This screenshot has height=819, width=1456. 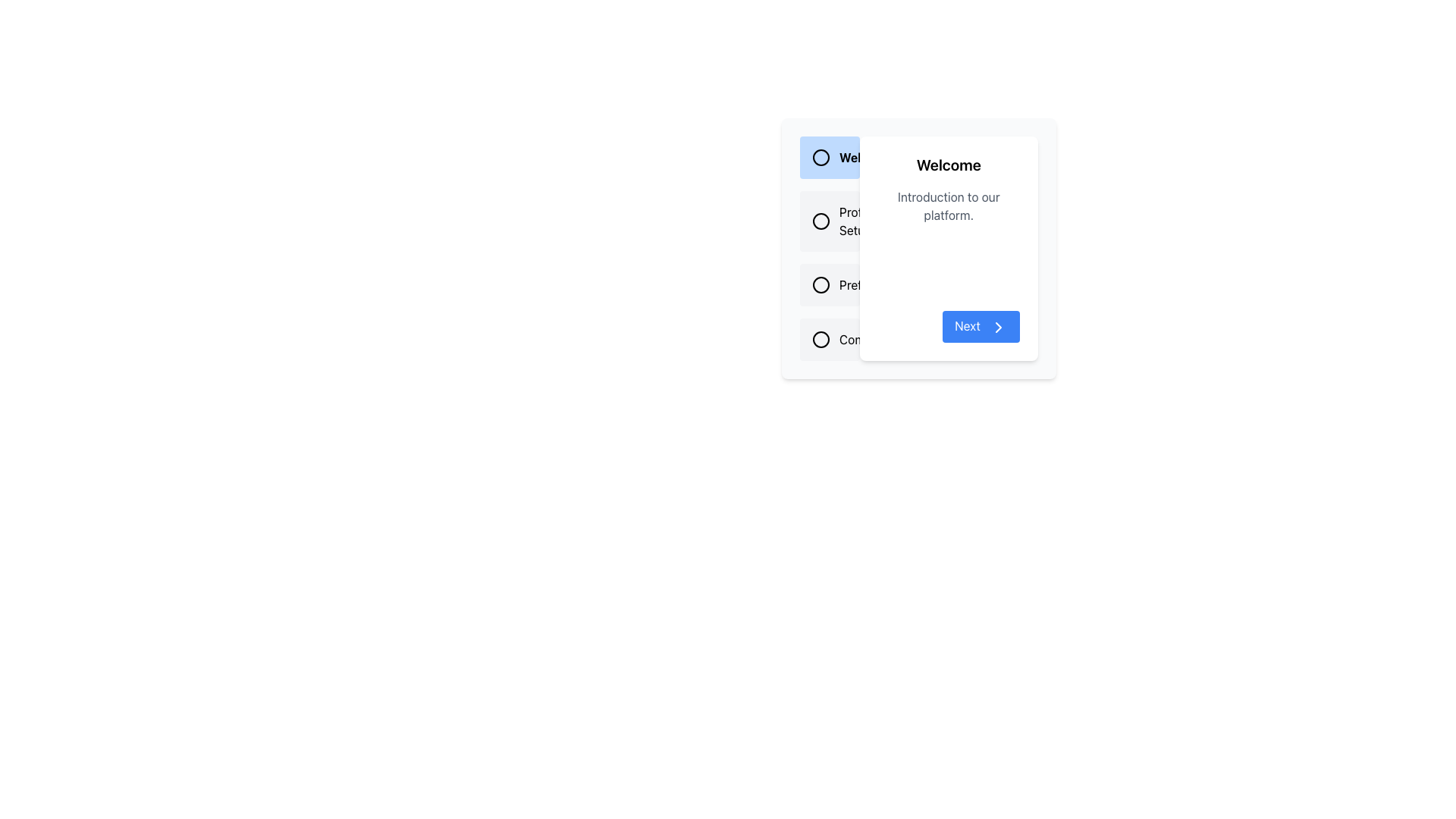 I want to click on the circular visual marker in the second row labeled 'Product Setup', so click(x=821, y=221).